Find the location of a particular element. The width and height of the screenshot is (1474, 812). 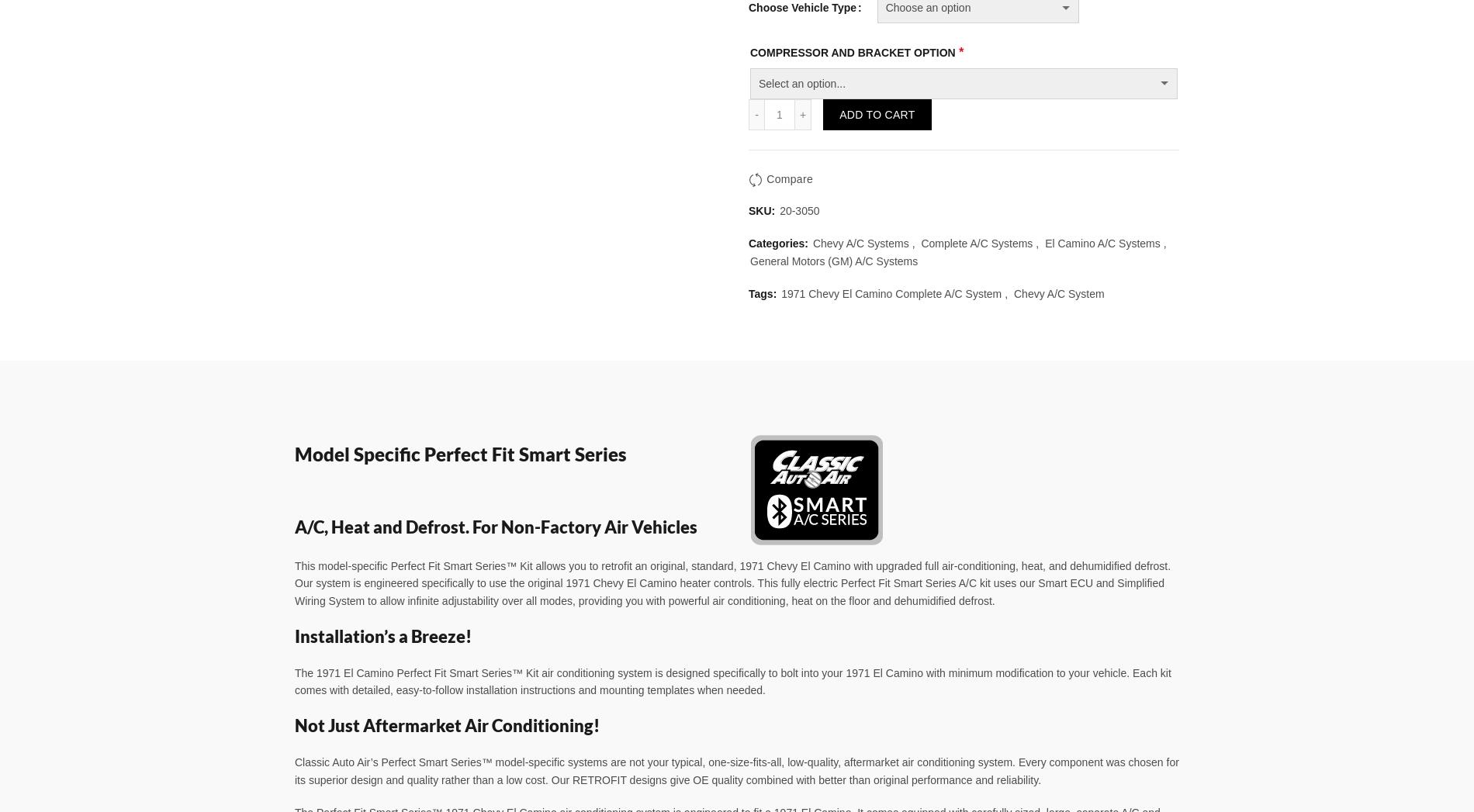

'Model Specific' is located at coordinates (358, 452).